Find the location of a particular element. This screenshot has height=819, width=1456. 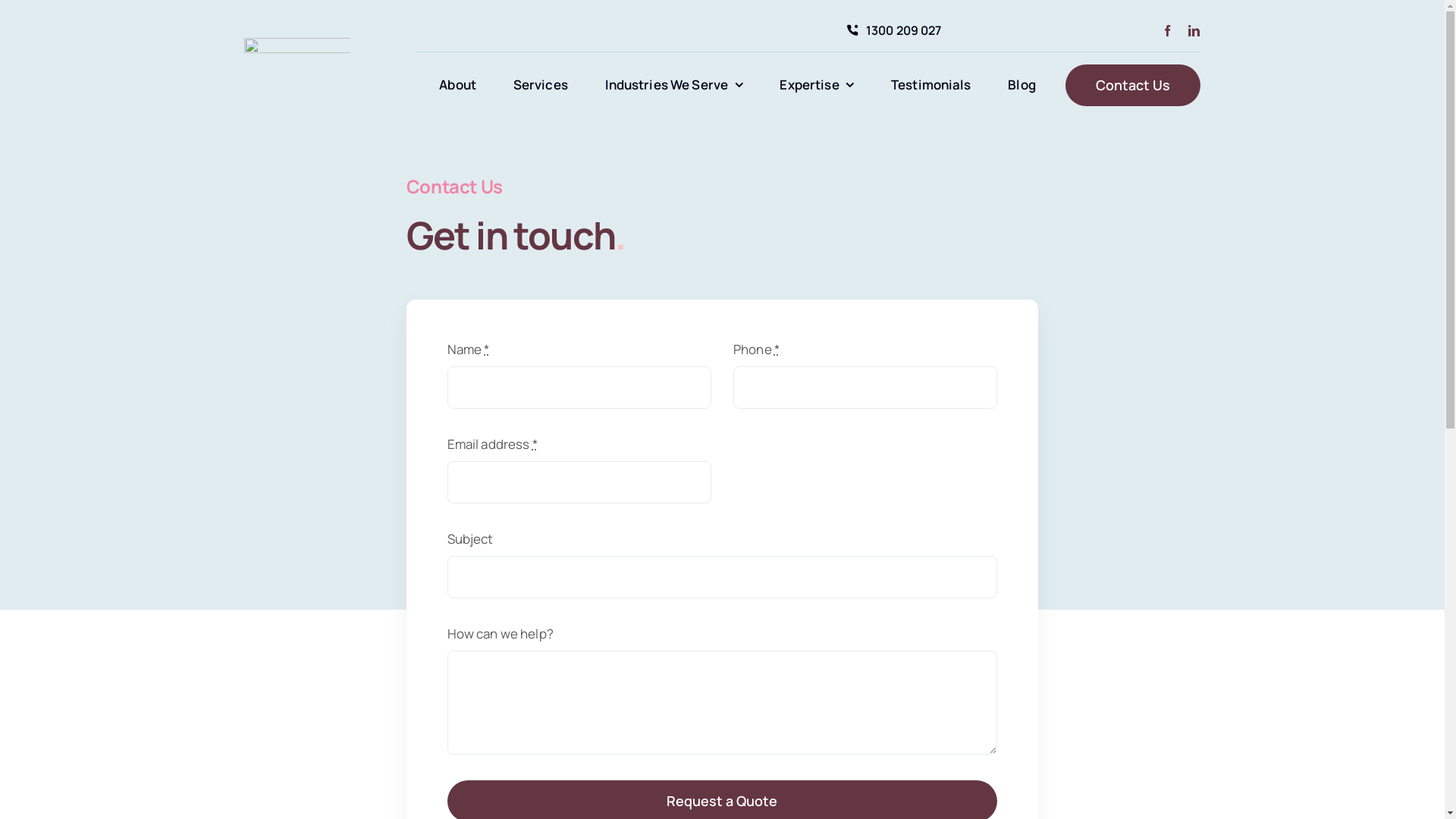

'Industries We Serve' is located at coordinates (596, 85).